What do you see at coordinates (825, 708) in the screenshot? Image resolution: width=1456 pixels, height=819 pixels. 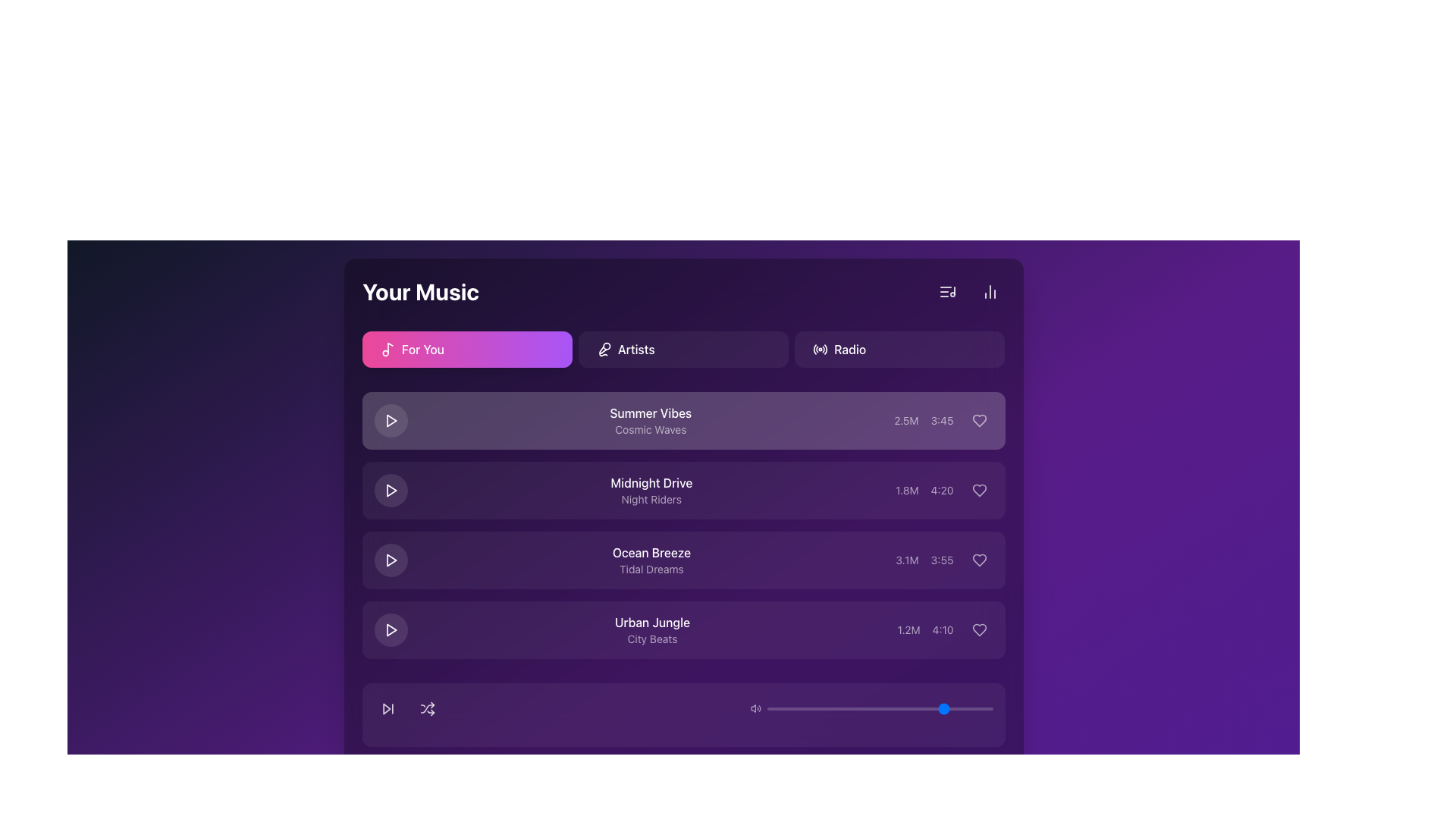 I see `the slider` at bounding box center [825, 708].